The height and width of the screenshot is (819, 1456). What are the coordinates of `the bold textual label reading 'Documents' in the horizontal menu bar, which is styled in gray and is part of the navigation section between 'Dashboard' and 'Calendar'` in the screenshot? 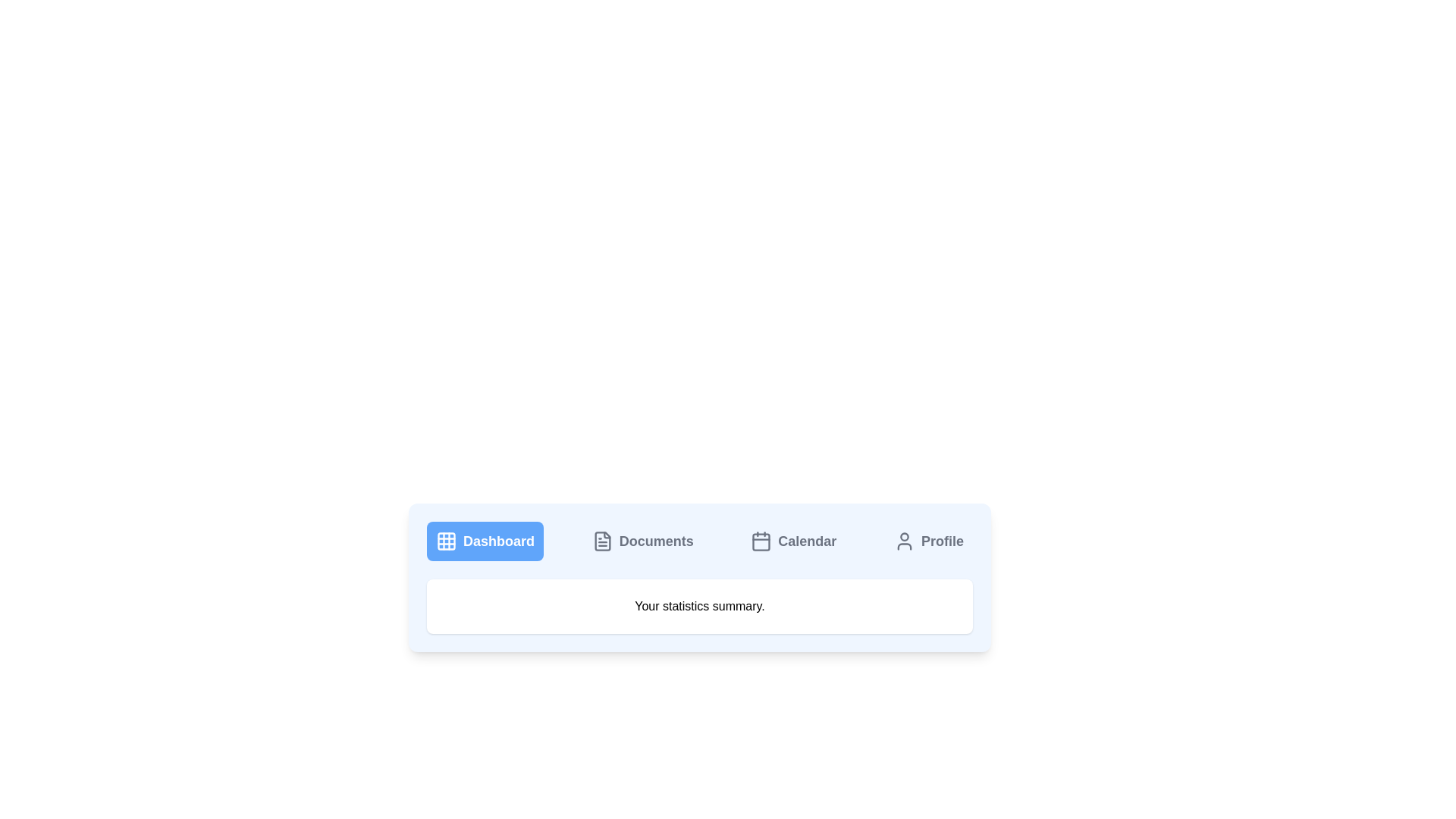 It's located at (656, 540).